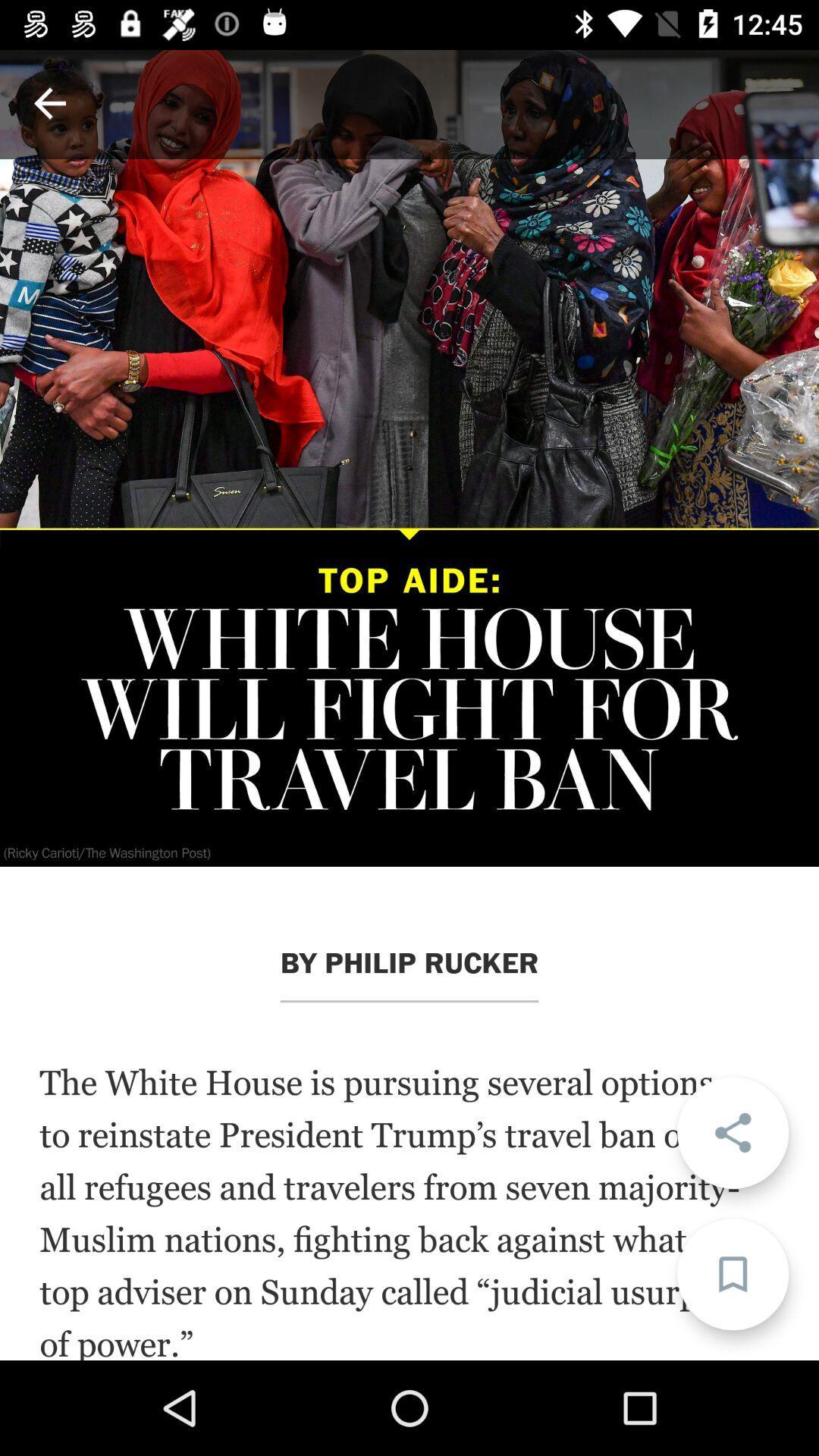 The image size is (819, 1456). Describe the element at coordinates (49, 102) in the screenshot. I see `previous` at that location.